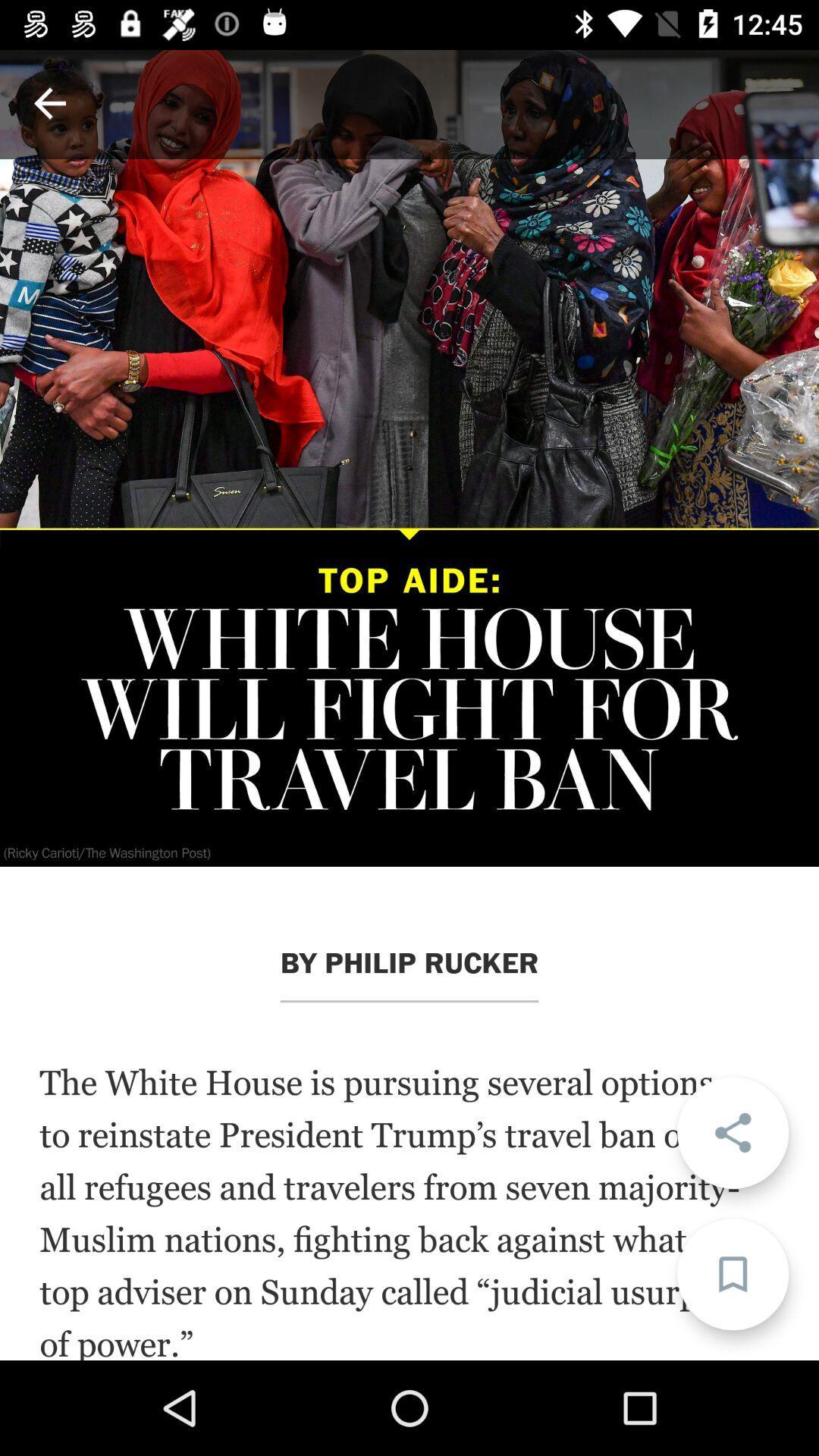 The image size is (819, 1456). Describe the element at coordinates (49, 102) in the screenshot. I see `previous` at that location.